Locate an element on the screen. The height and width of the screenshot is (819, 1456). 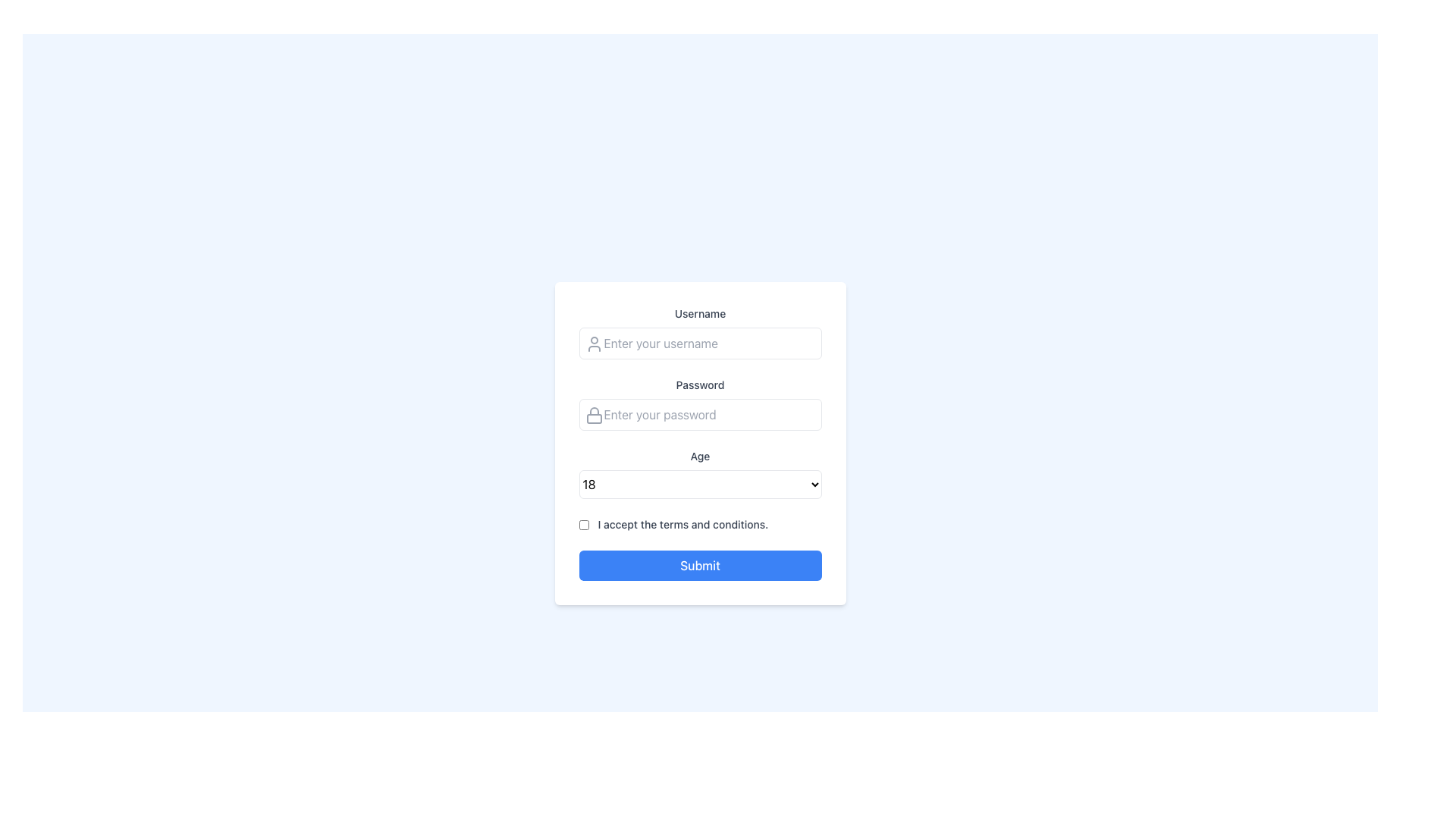
the checkbox labeled 'I accept the terms and conditions.' is located at coordinates (699, 523).